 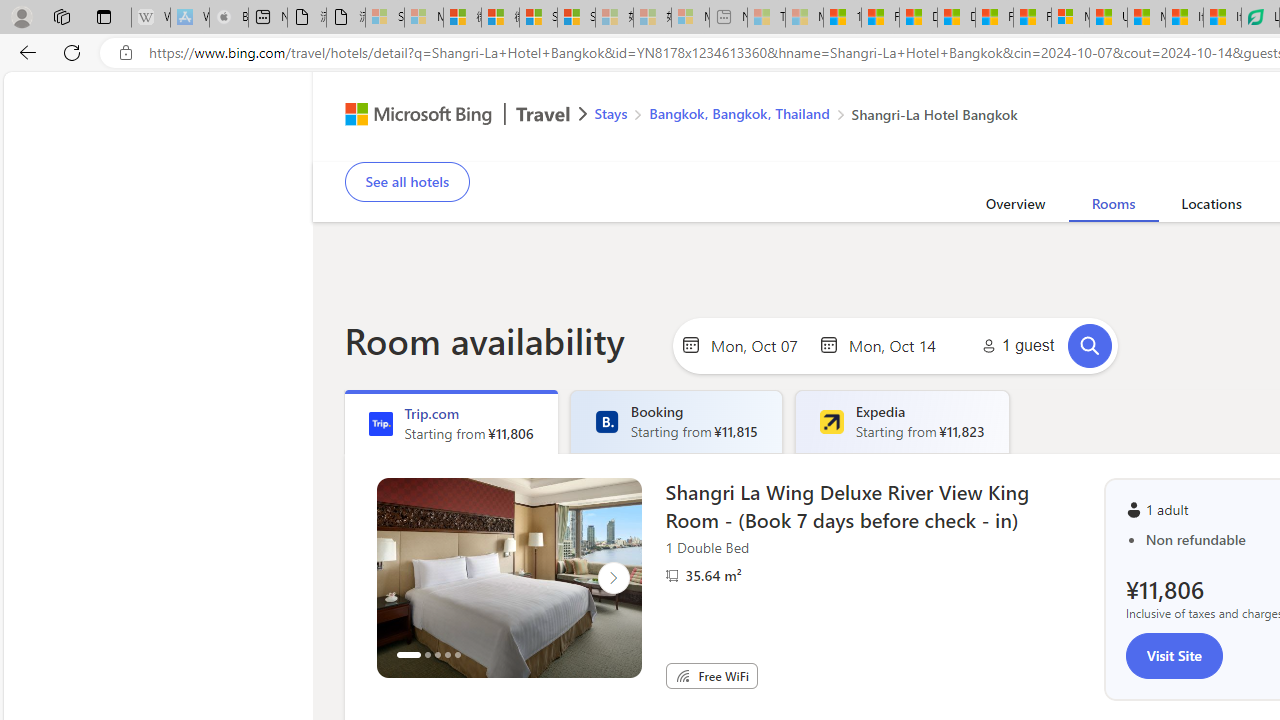 What do you see at coordinates (1032, 17) in the screenshot?
I see `'Foo BAR | Trusted Community Engagement and Contributions'` at bounding box center [1032, 17].